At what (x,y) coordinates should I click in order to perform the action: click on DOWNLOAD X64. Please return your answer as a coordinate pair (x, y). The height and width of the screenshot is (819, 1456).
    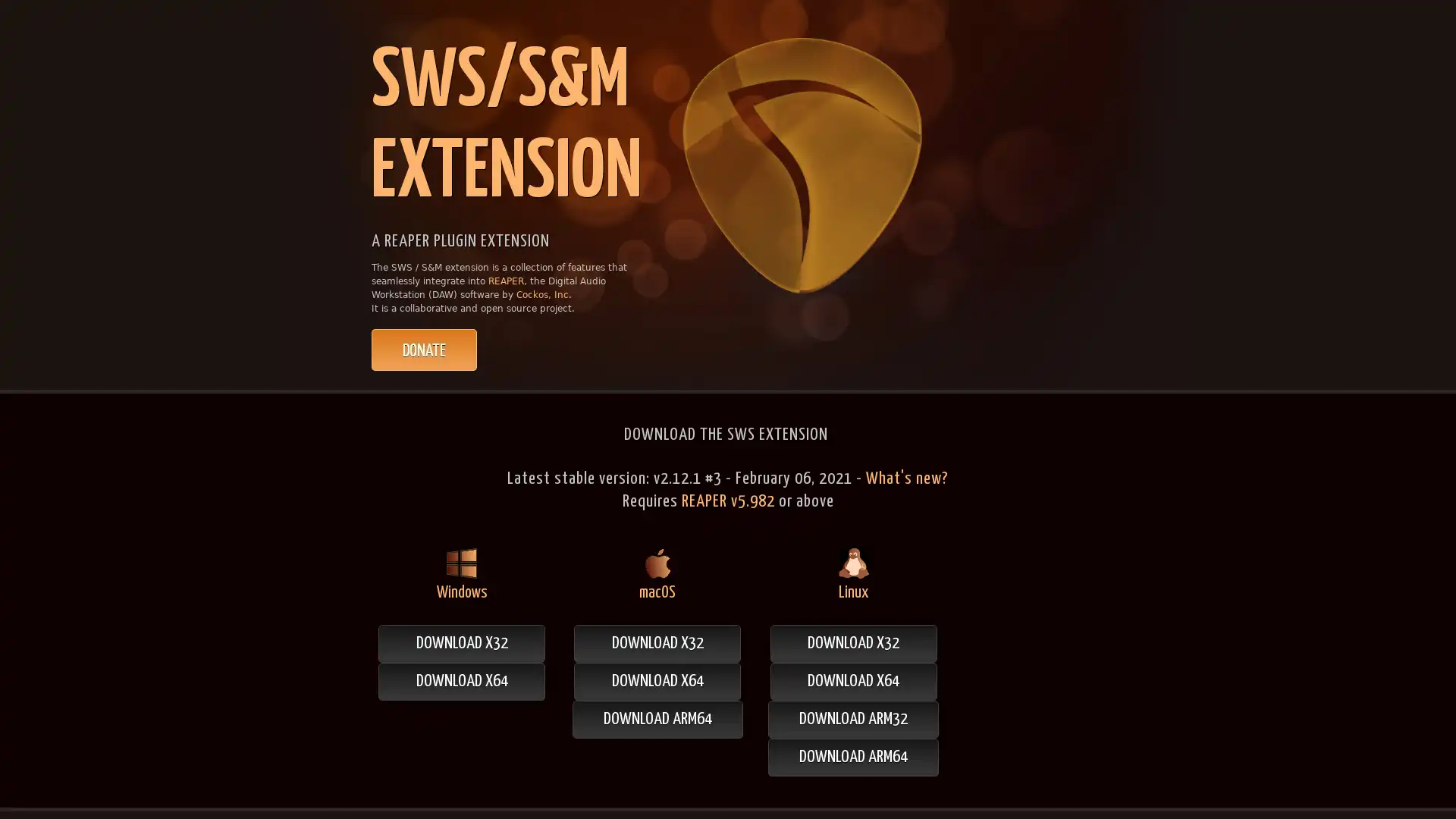
    Looking at the image, I should click on (971, 680).